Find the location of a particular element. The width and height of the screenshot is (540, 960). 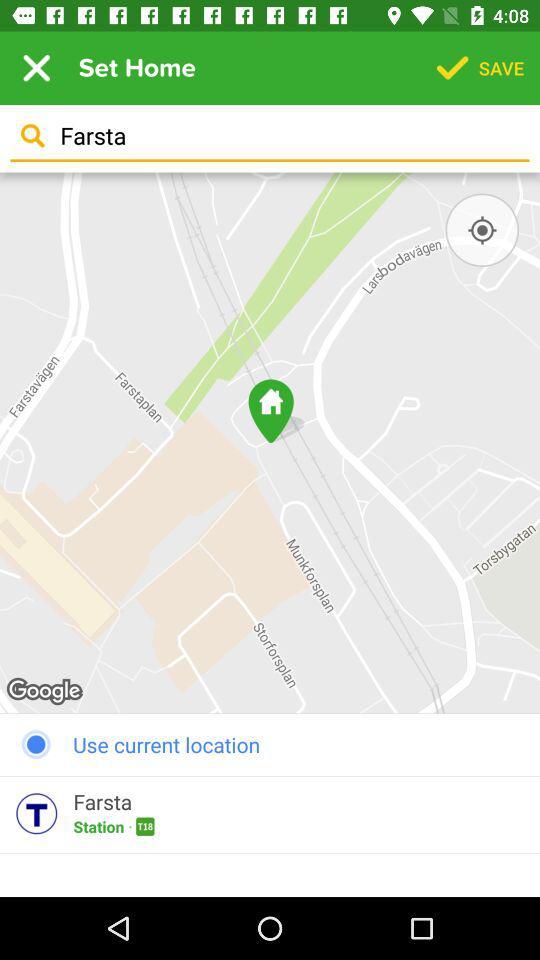

find location button is located at coordinates (481, 230).